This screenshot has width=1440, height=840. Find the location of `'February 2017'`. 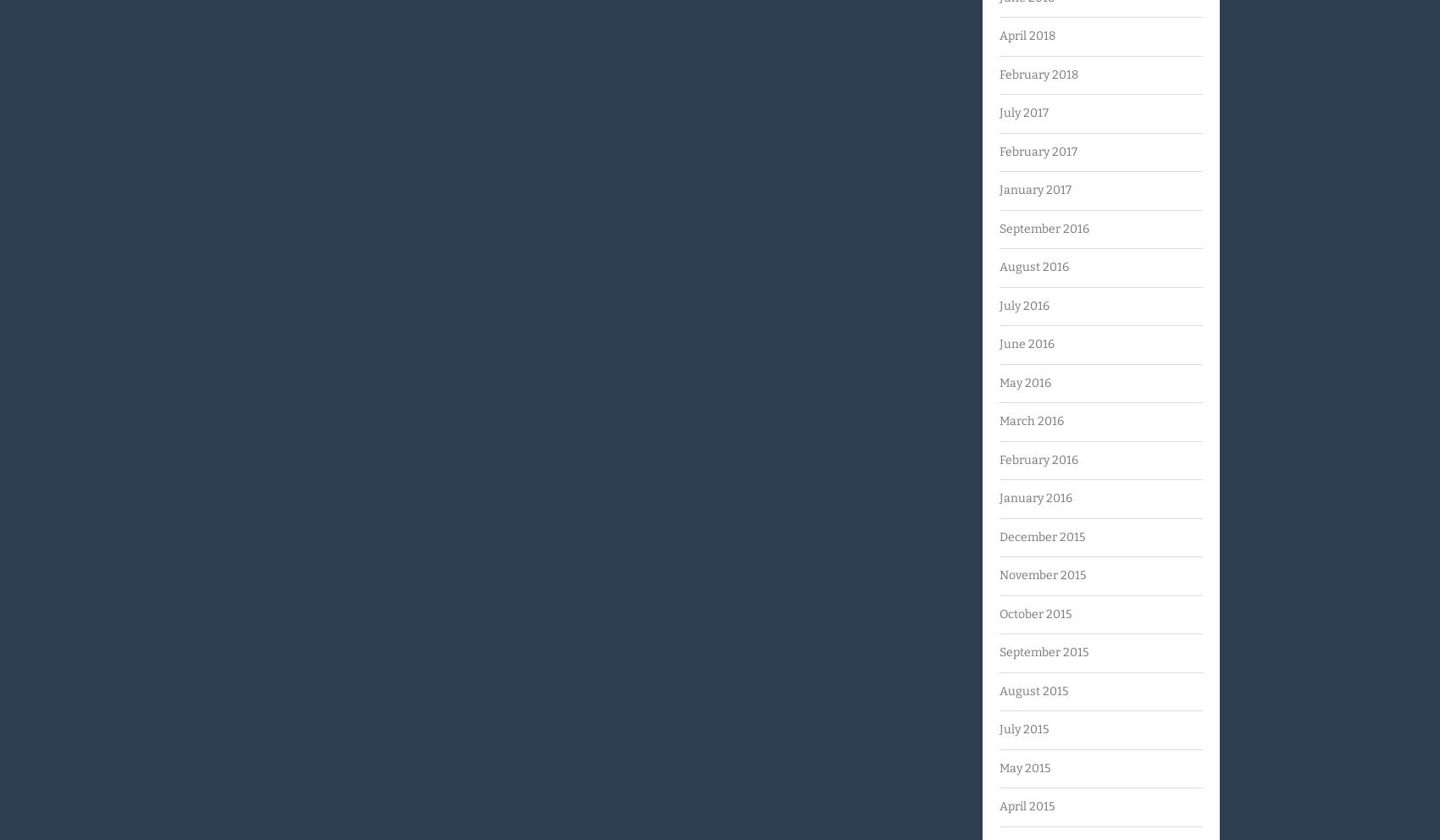

'February 2017' is located at coordinates (1038, 150).